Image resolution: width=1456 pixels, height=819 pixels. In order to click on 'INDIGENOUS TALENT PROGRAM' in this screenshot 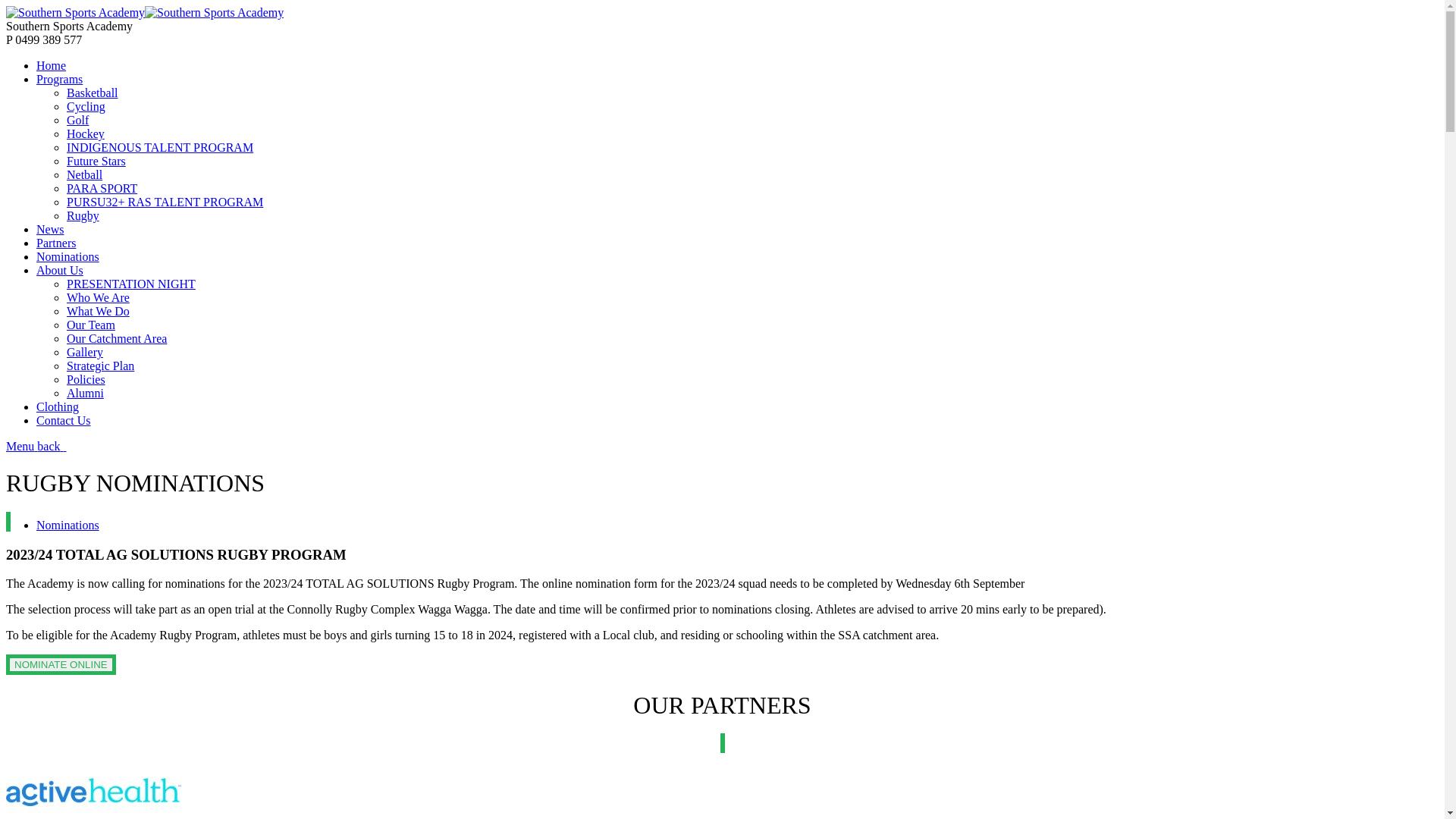, I will do `click(160, 147)`.